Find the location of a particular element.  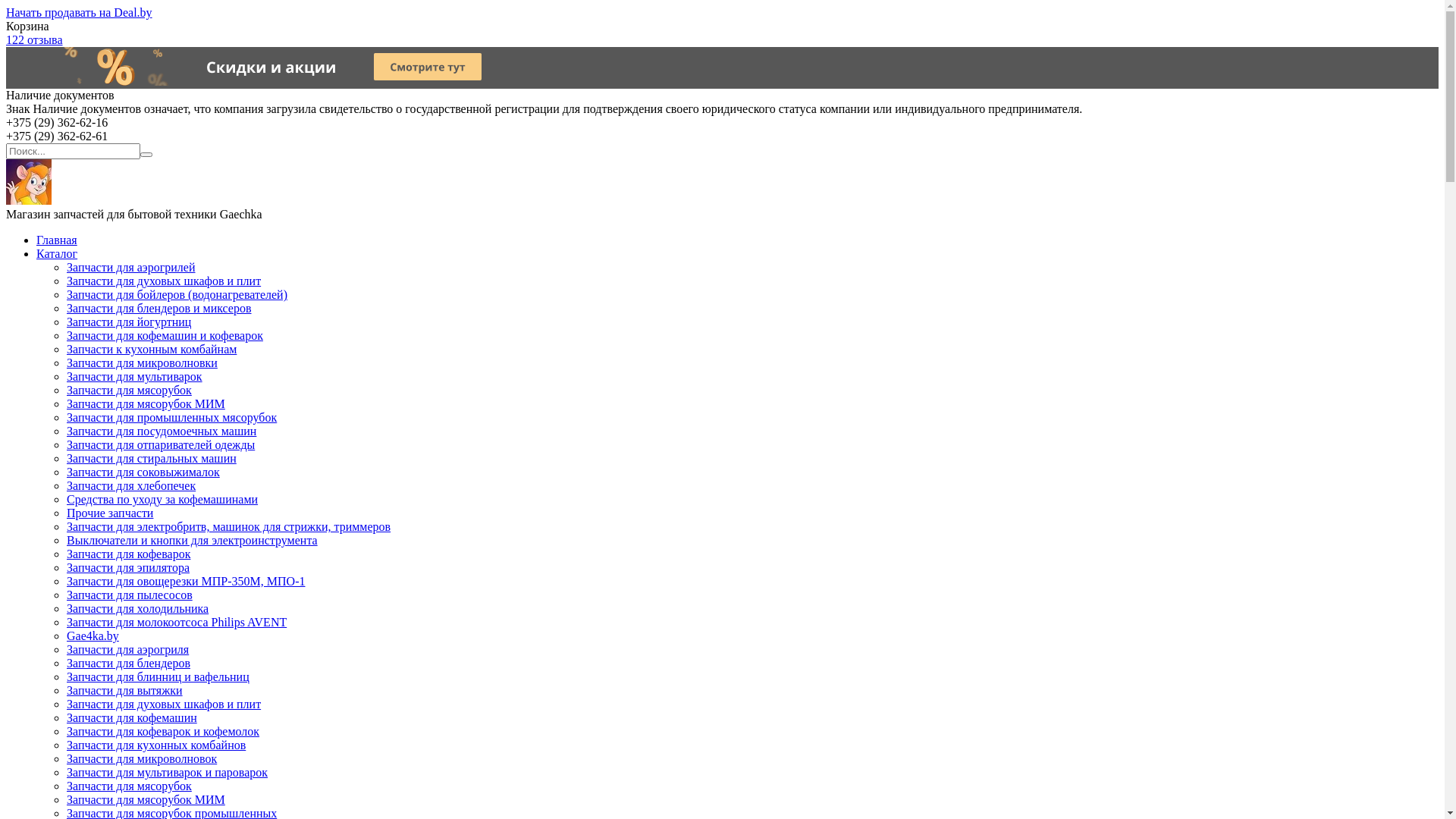

'Gae4ka.by' is located at coordinates (92, 635).